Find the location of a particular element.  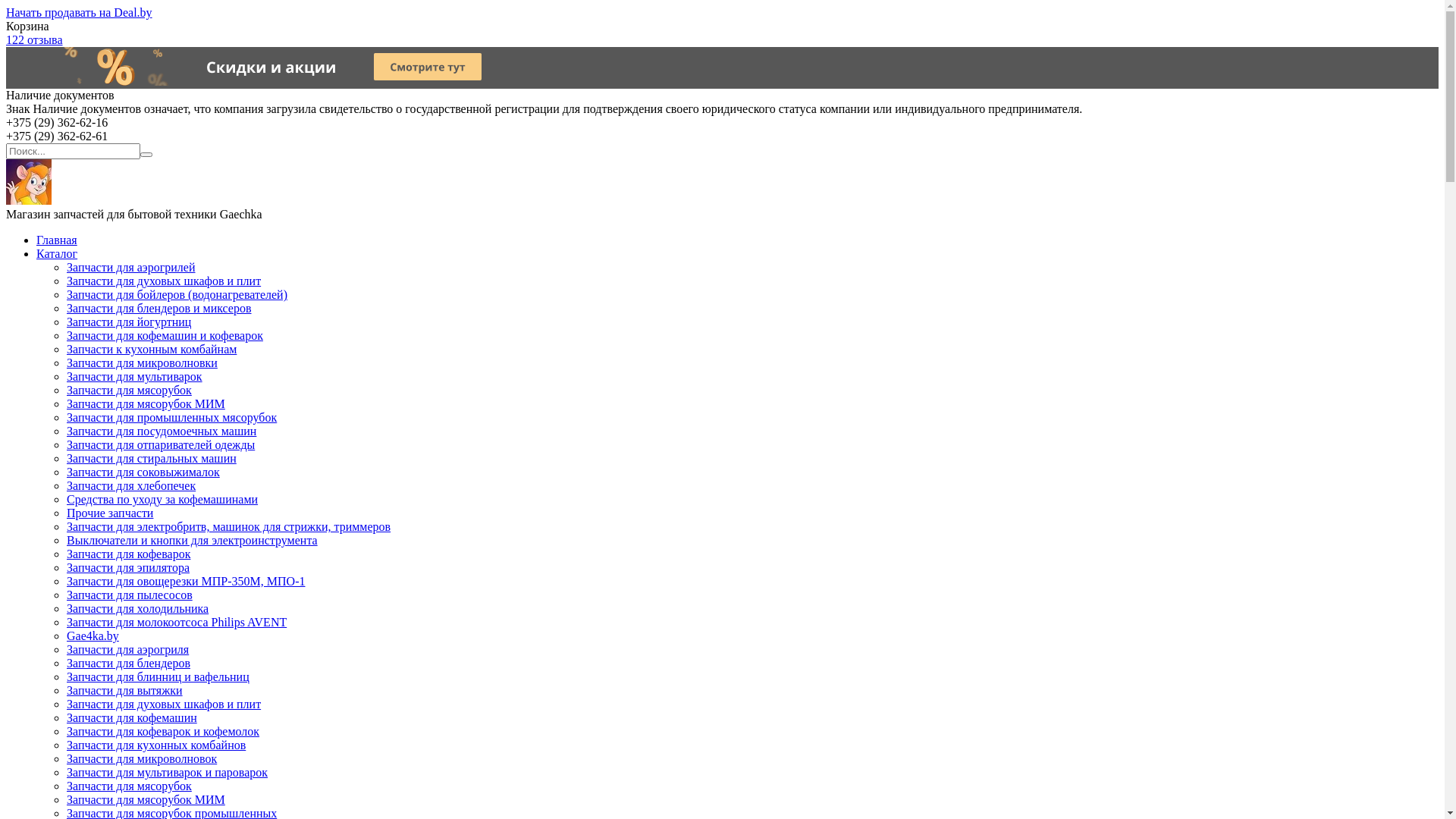

'Gae4ka.by' is located at coordinates (92, 635).